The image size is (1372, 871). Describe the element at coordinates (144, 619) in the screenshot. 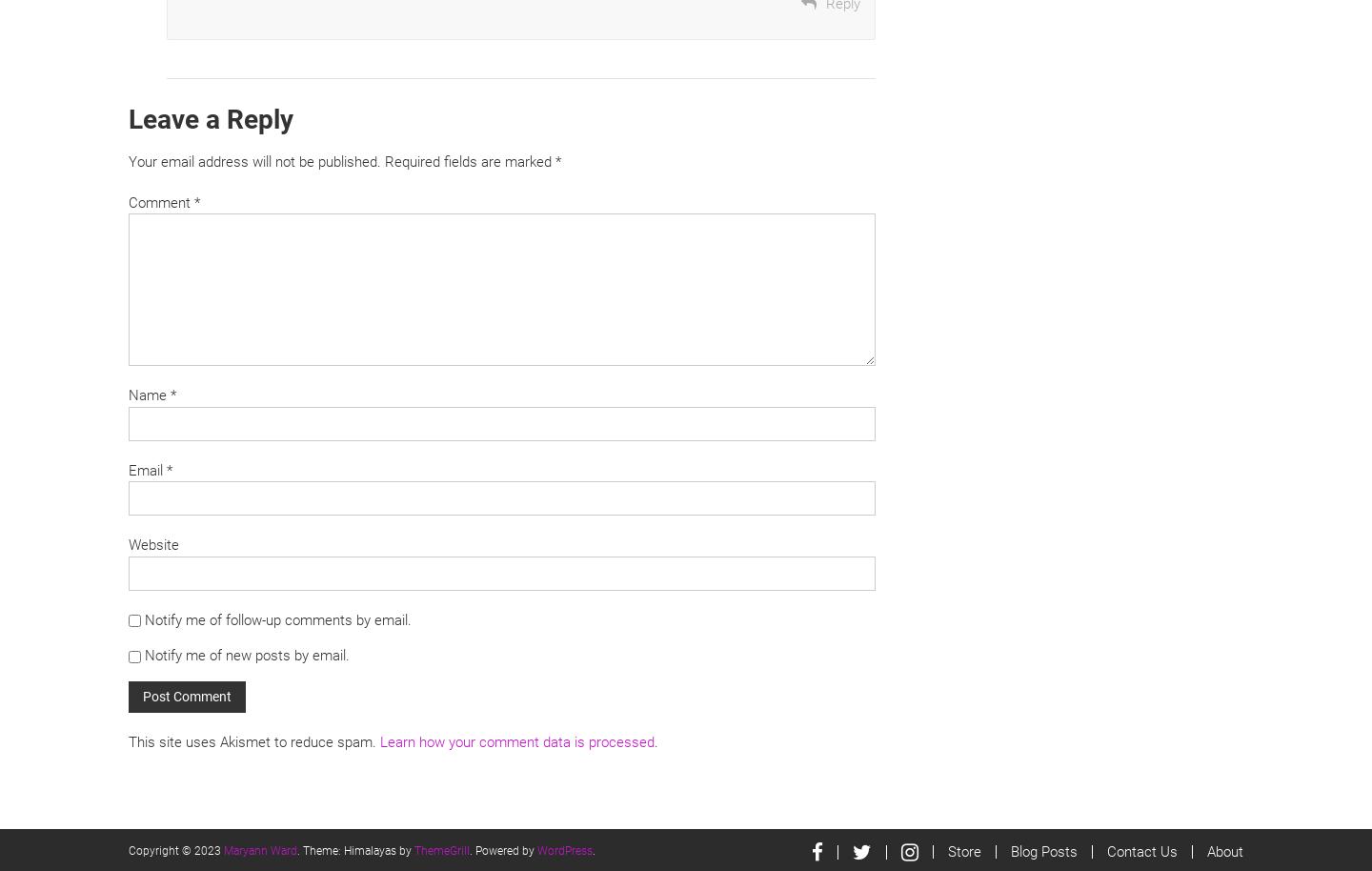

I see `'Notify me of follow-up comments by email.'` at that location.